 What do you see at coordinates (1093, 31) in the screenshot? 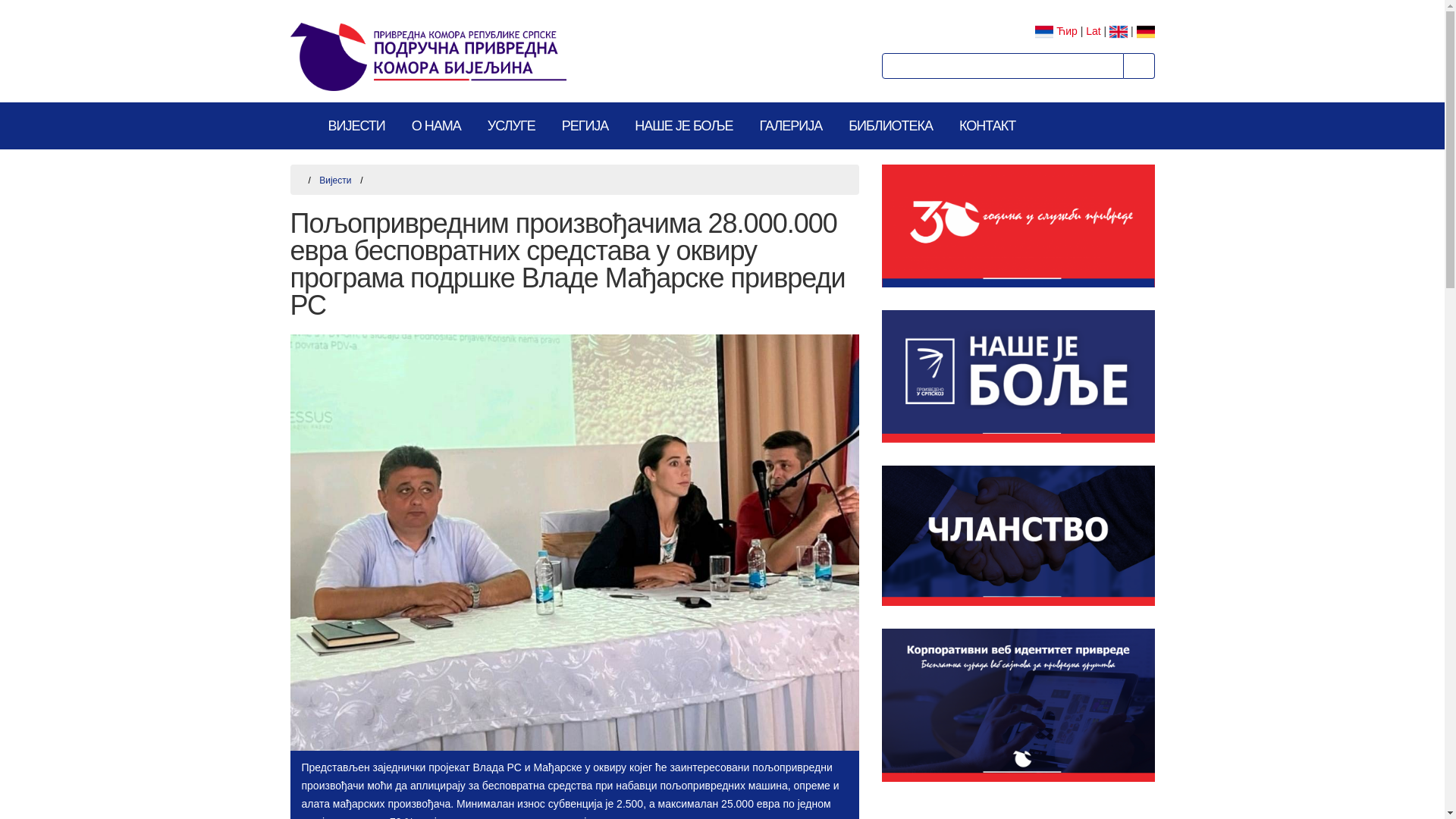
I see `'Lat'` at bounding box center [1093, 31].